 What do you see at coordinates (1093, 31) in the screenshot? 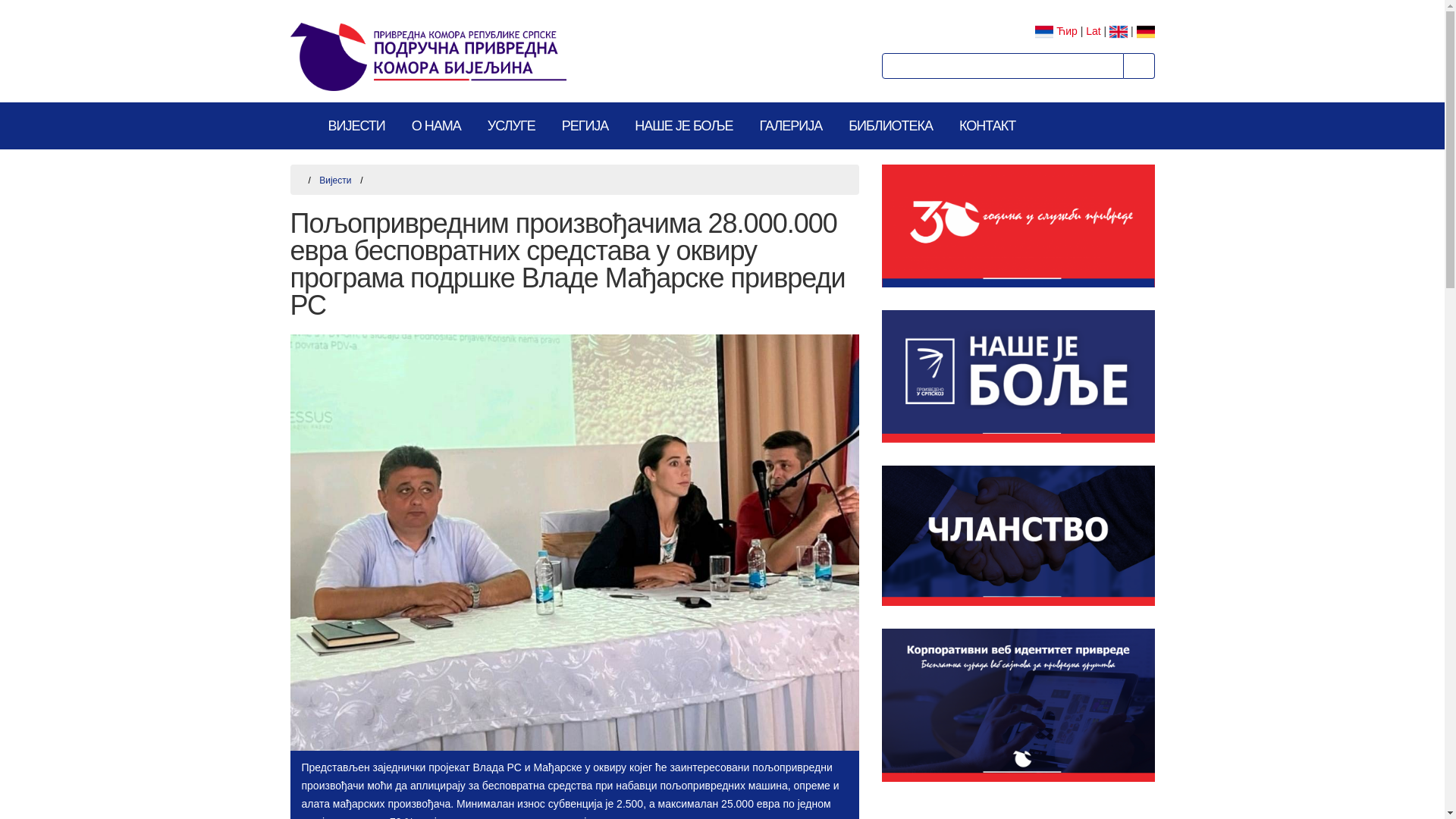
I see `'Lat'` at bounding box center [1093, 31].